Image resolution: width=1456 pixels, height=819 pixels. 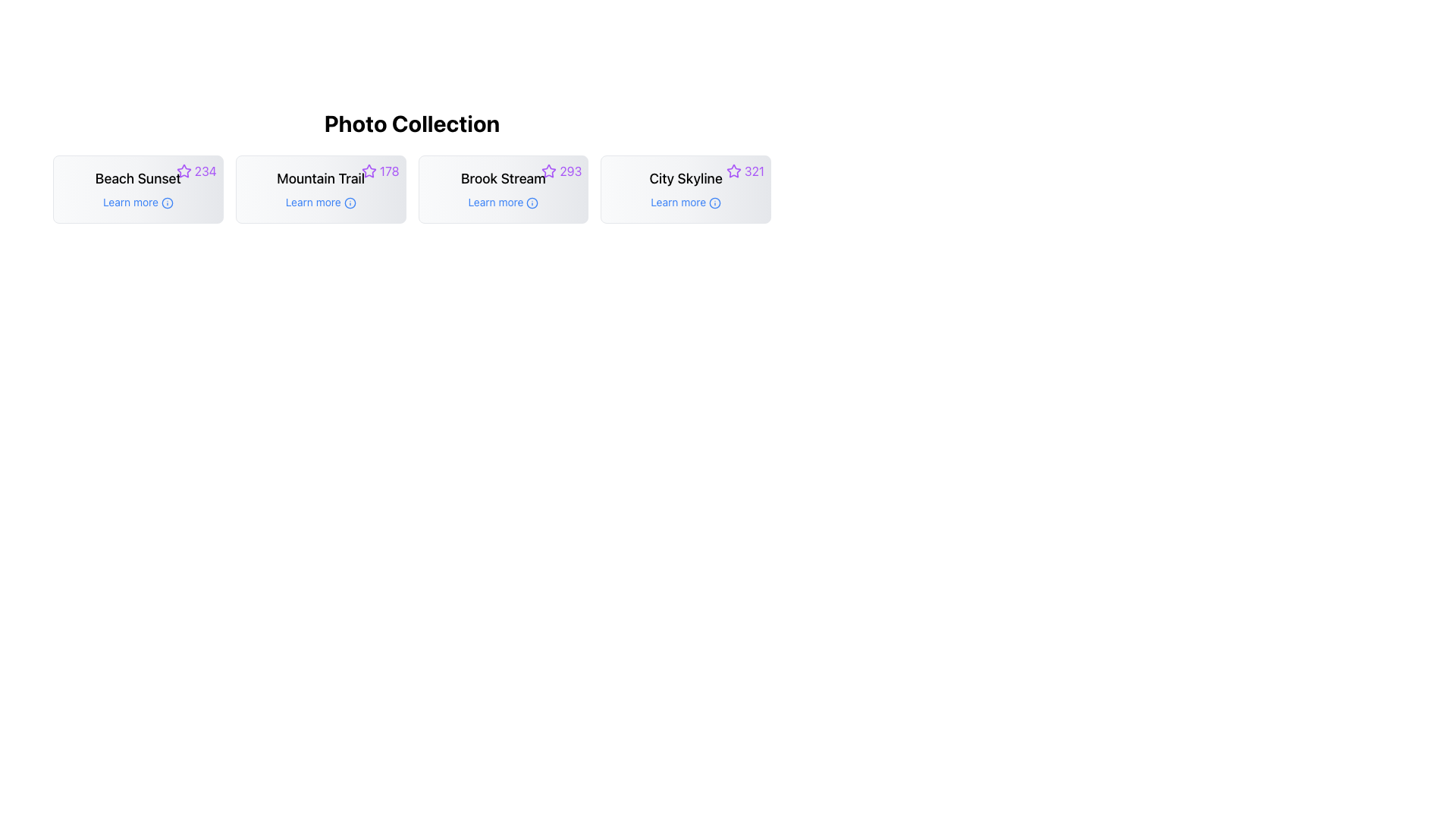 I want to click on the rating indicator, which consists of a purple outlined star icon followed by the number '178' in purple text, located at the top-right corner inside the card for 'Mountain Trail', so click(x=380, y=171).